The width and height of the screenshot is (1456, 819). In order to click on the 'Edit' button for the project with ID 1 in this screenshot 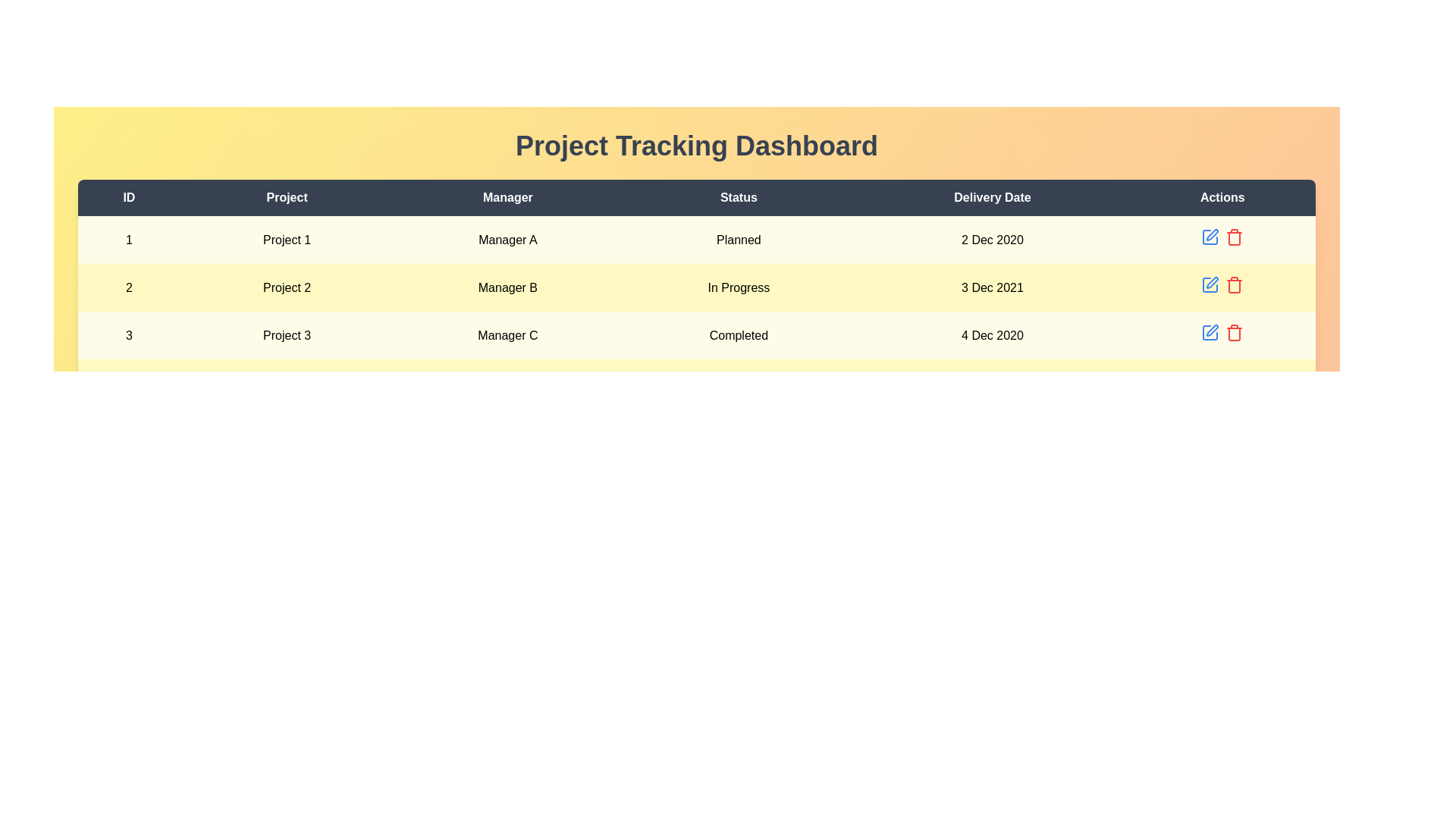, I will do `click(1210, 237)`.